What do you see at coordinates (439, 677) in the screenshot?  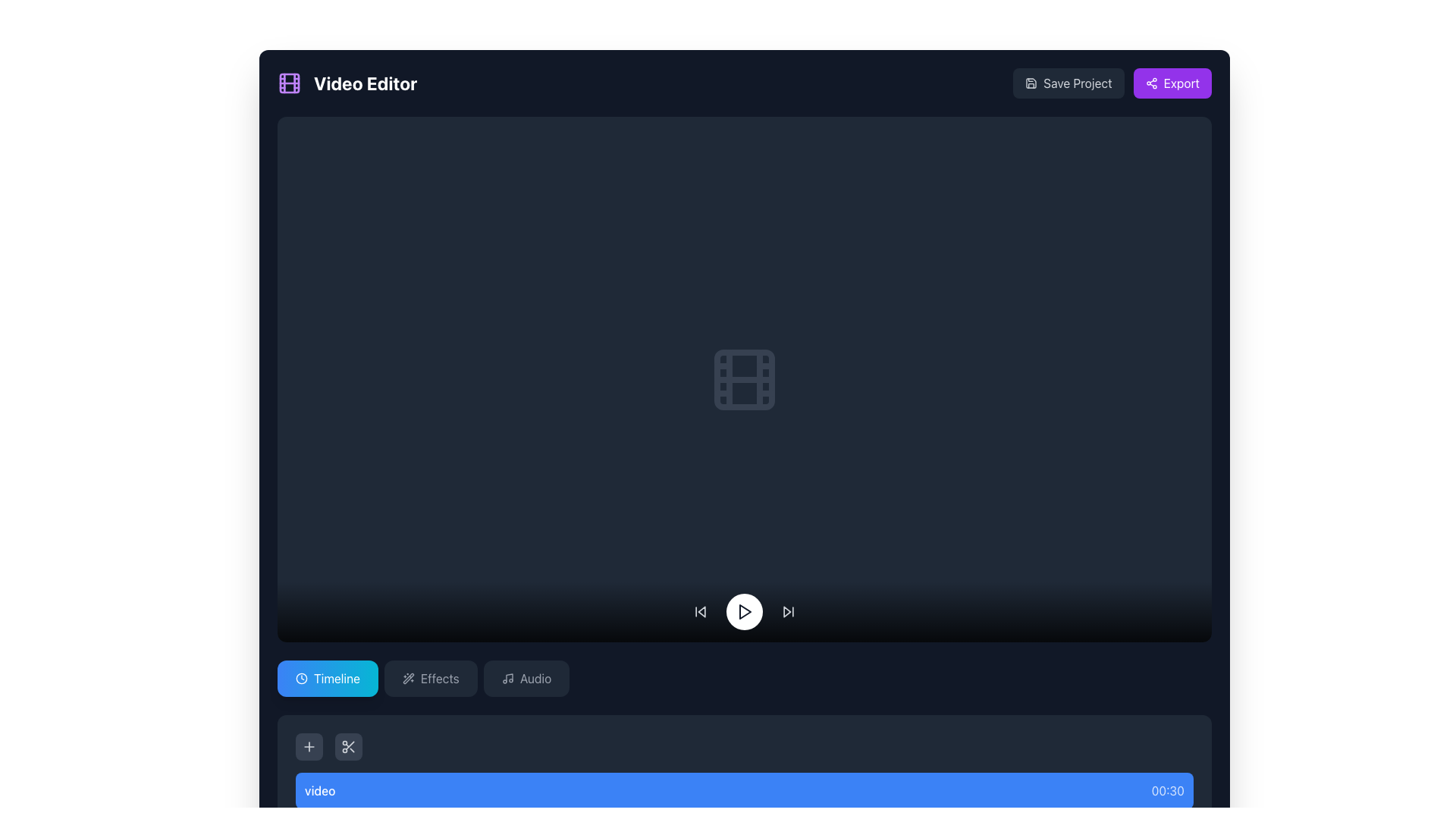 I see `the text label displaying 'Effects' located in the bottom control panel, positioned between 'Timeline' and 'Audio'` at bounding box center [439, 677].